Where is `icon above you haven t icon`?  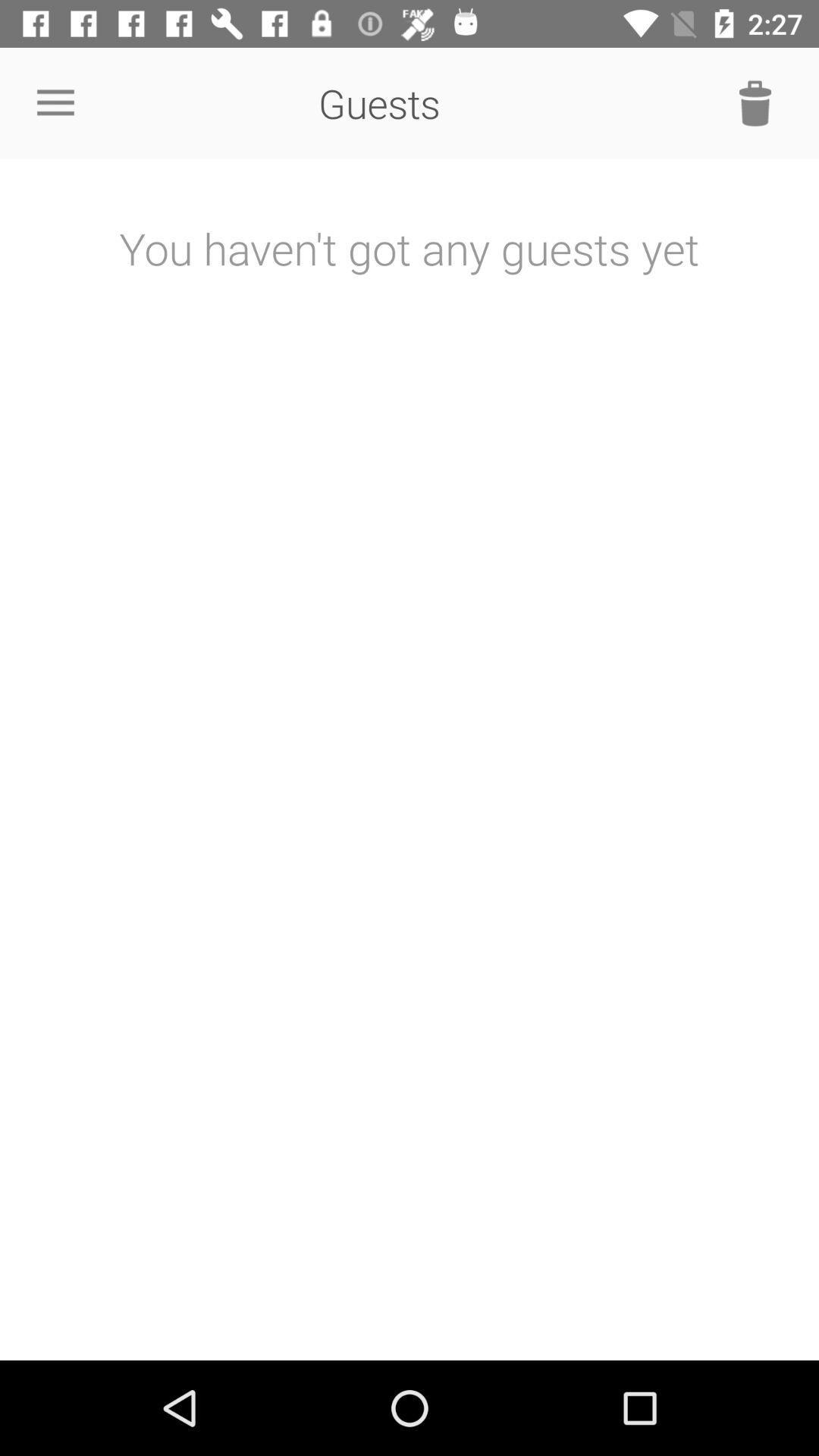
icon above you haven t icon is located at coordinates (755, 102).